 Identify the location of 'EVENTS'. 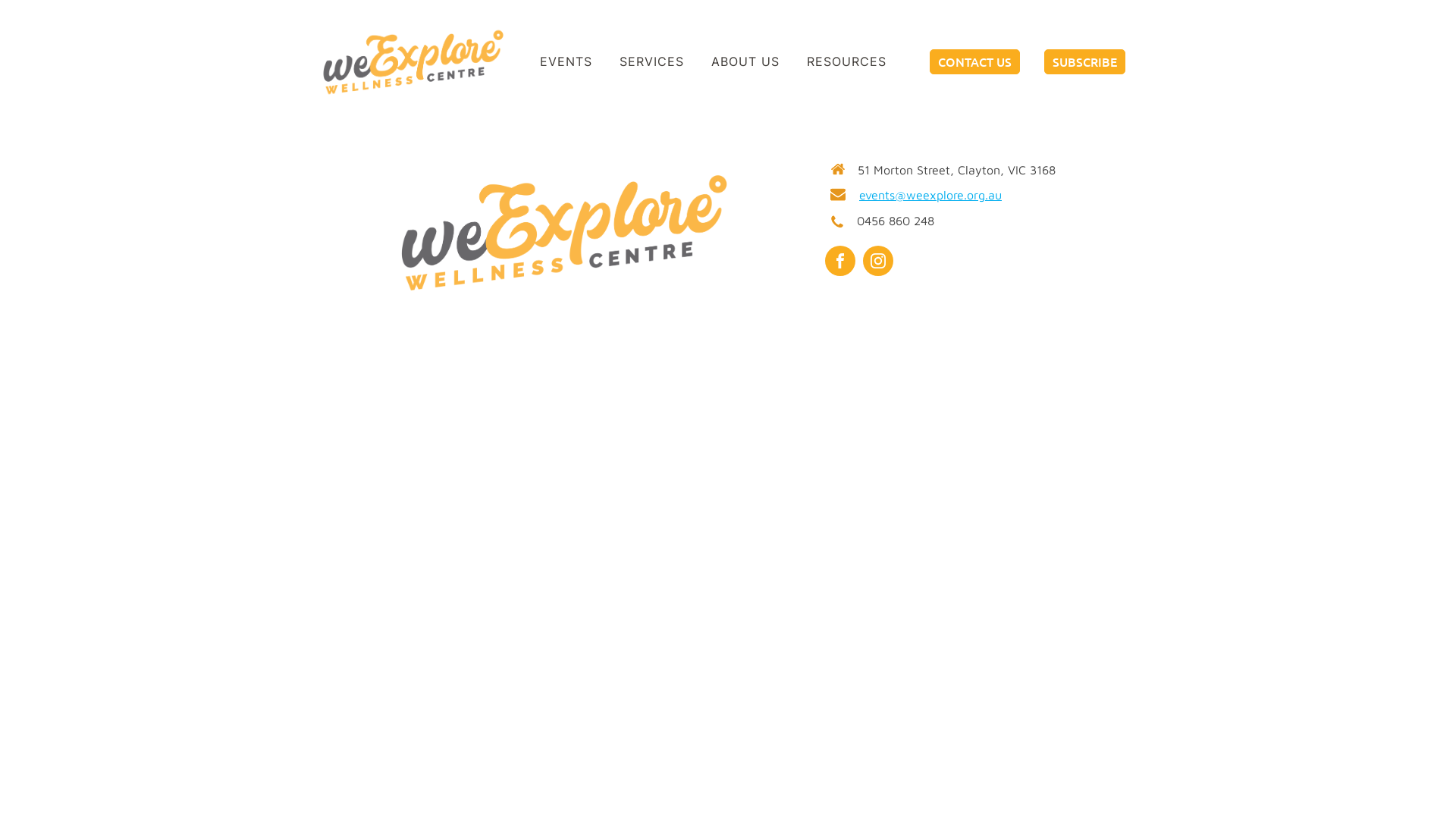
(565, 61).